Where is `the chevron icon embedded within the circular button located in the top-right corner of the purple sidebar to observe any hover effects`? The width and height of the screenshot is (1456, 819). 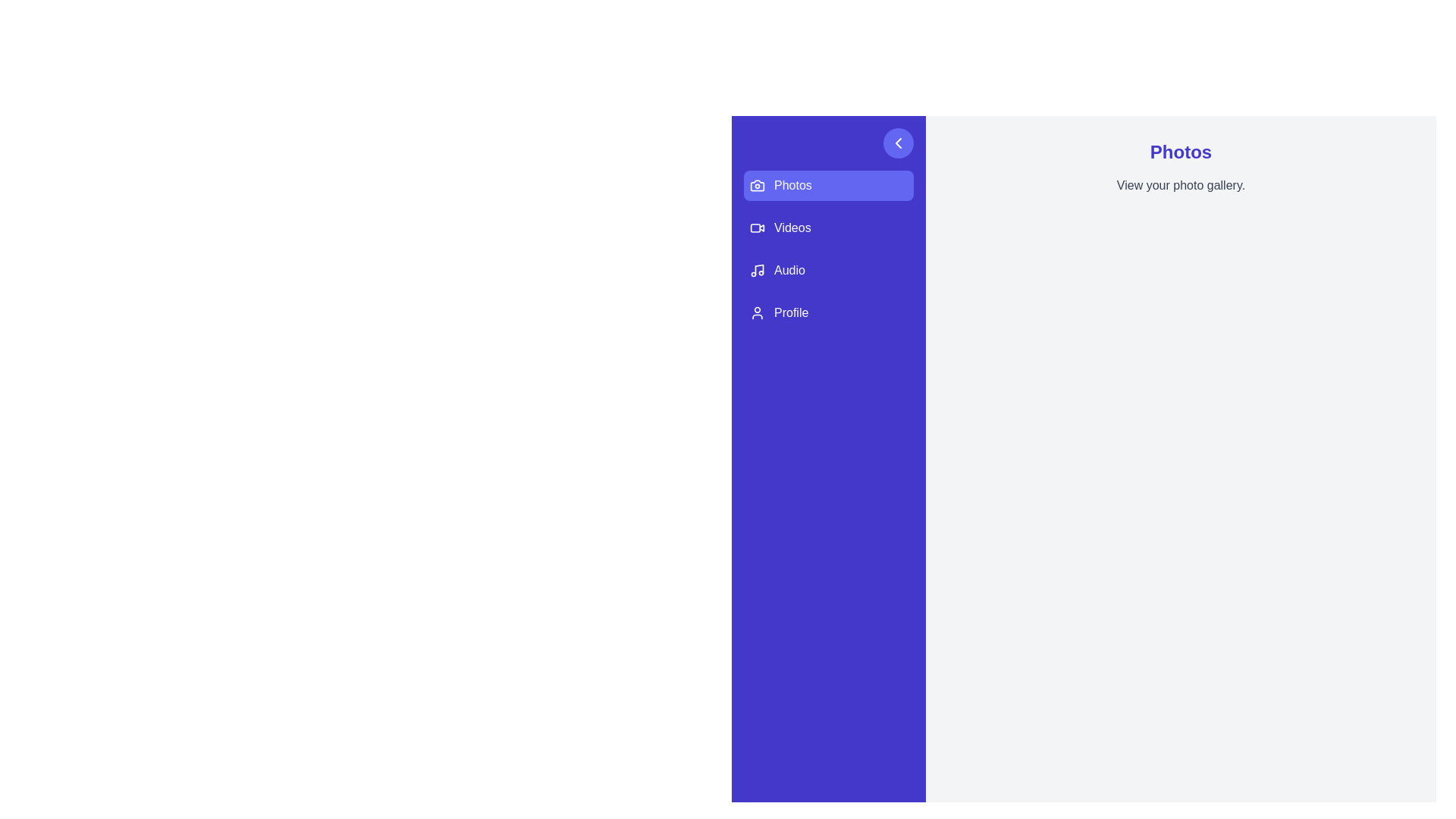 the chevron icon embedded within the circular button located in the top-right corner of the purple sidebar to observe any hover effects is located at coordinates (899, 143).